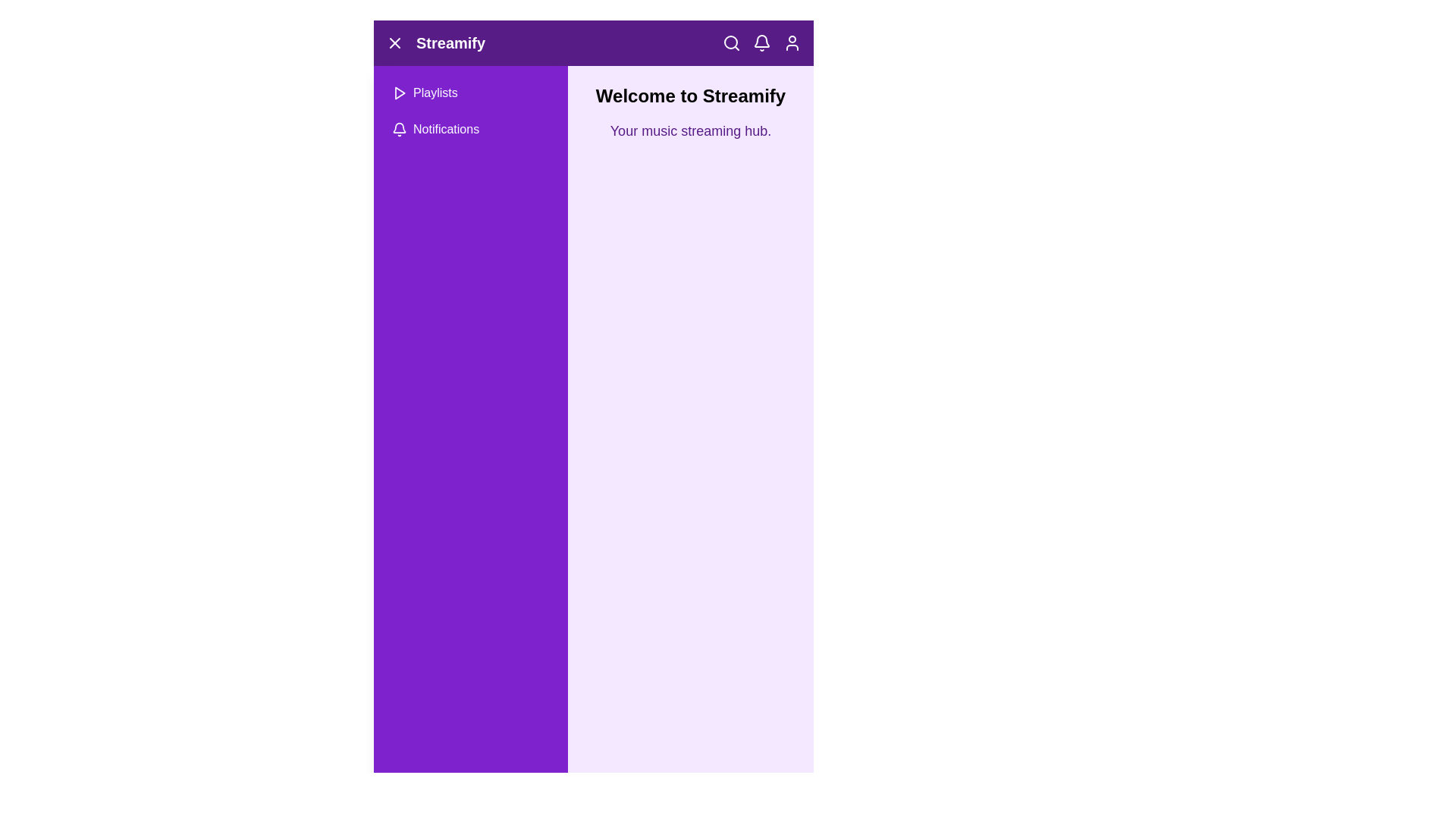 This screenshot has width=1456, height=819. What do you see at coordinates (469, 128) in the screenshot?
I see `the 'Notifications' button located in the vertical sidebar, which is the second option below the 'Playlists' button` at bounding box center [469, 128].